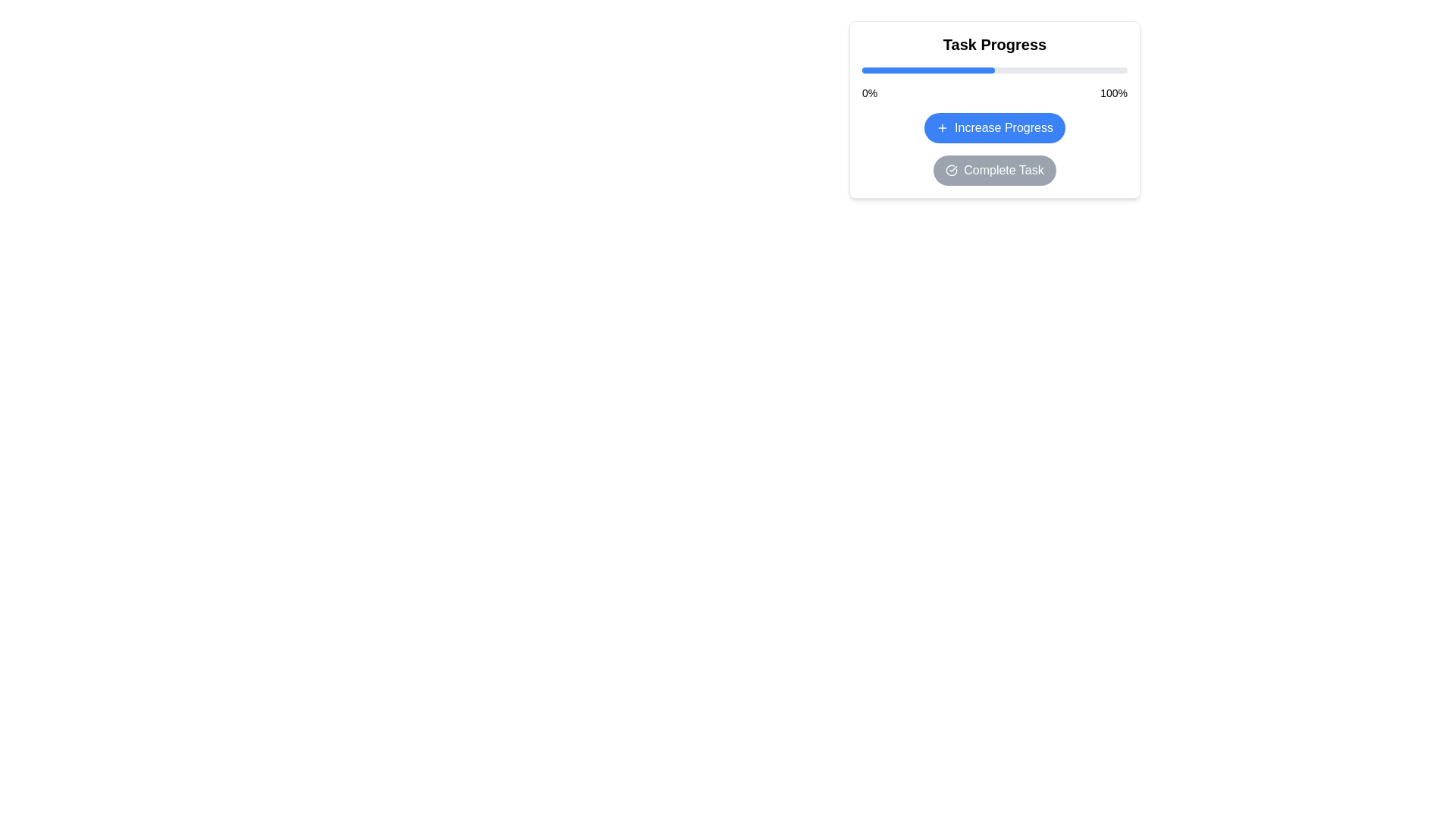 The width and height of the screenshot is (1456, 819). Describe the element at coordinates (994, 93) in the screenshot. I see `the textual indicators displaying '0%' and '100%' progress values located below the progress bar in the 'Task Progress' section` at that location.